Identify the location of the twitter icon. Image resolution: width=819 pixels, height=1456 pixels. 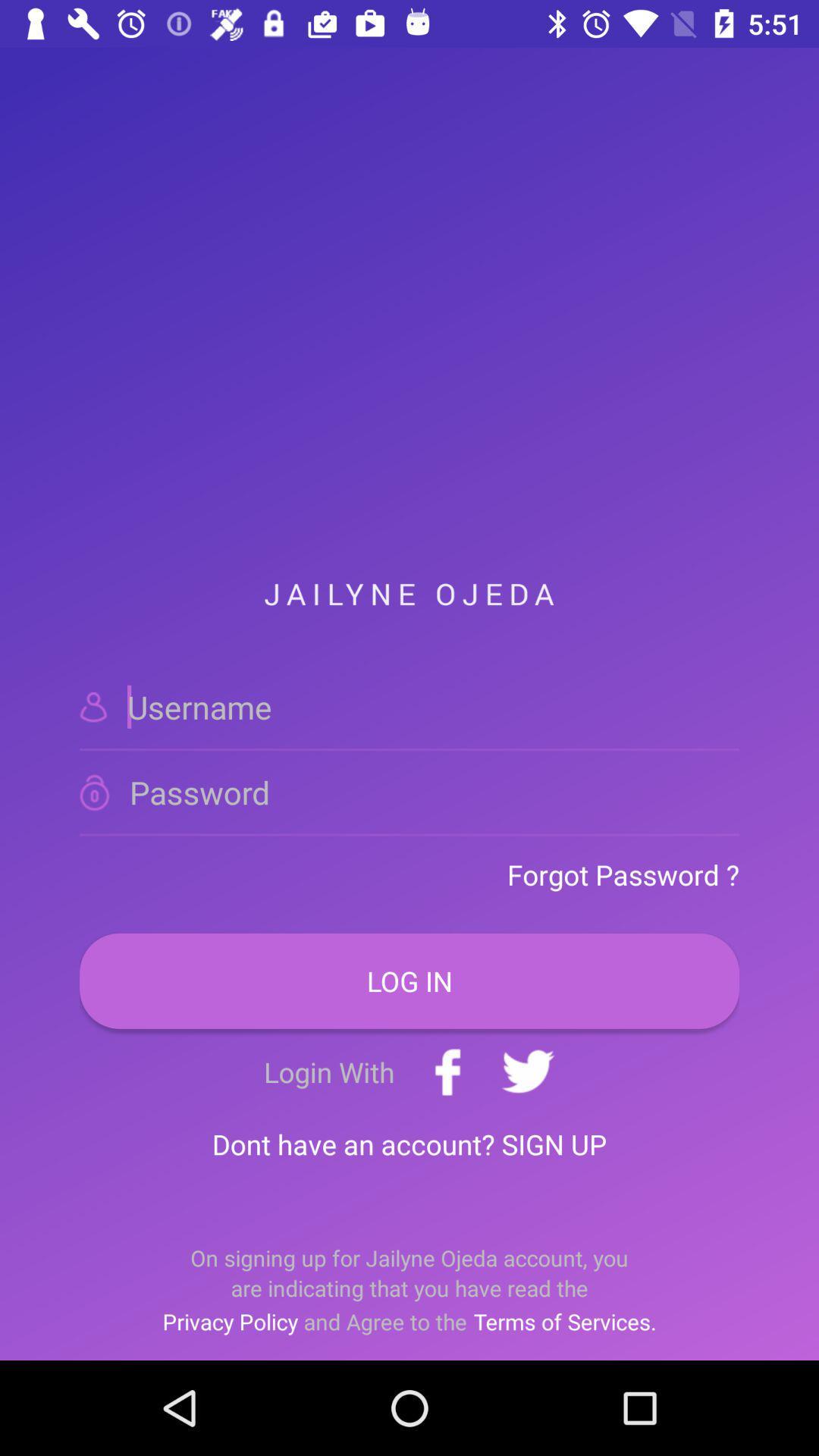
(527, 1071).